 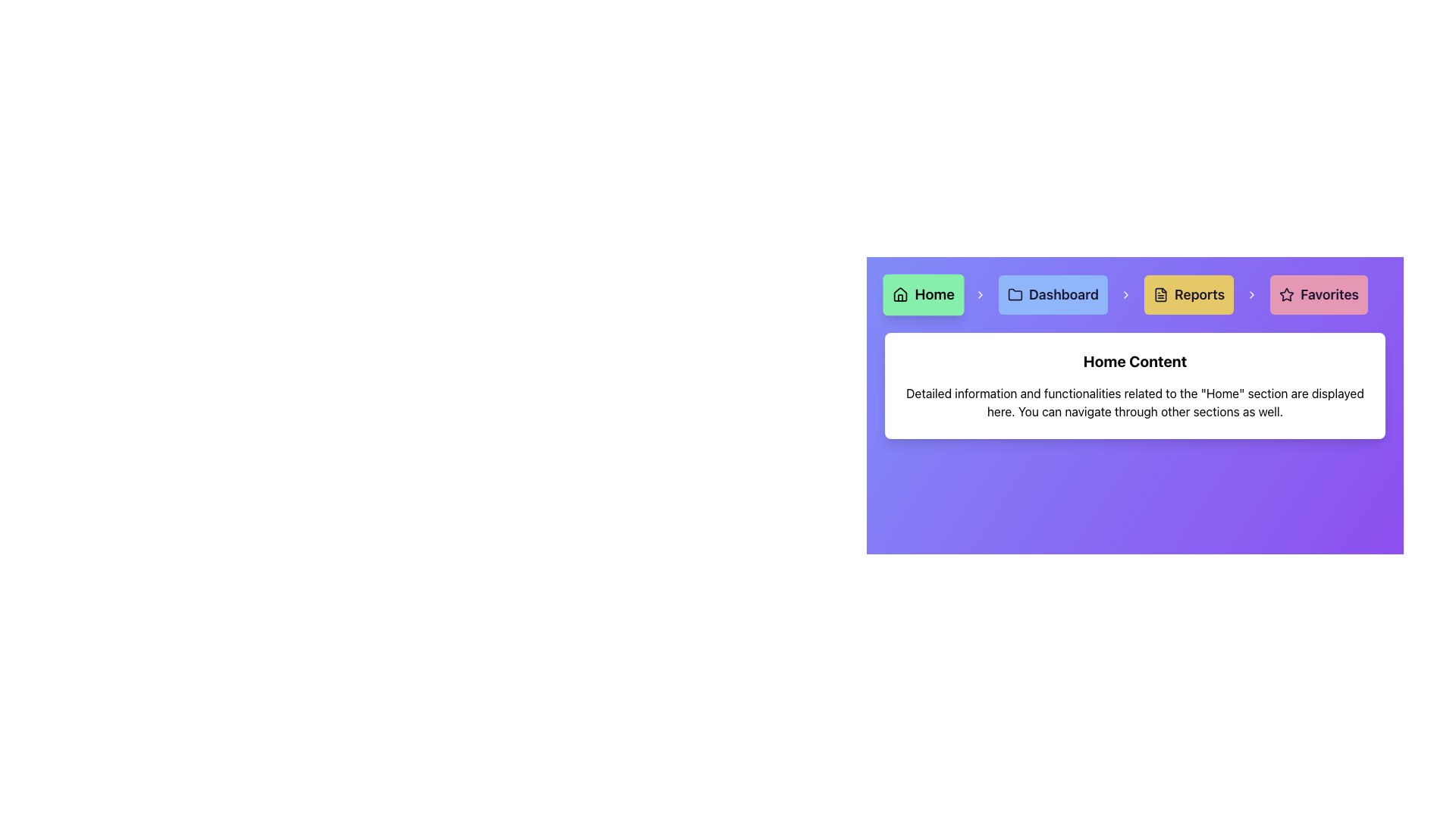 What do you see at coordinates (1015, 294) in the screenshot?
I see `the folder icon located in the second navigation item, positioned between the 'Home' and 'Reports' sections` at bounding box center [1015, 294].